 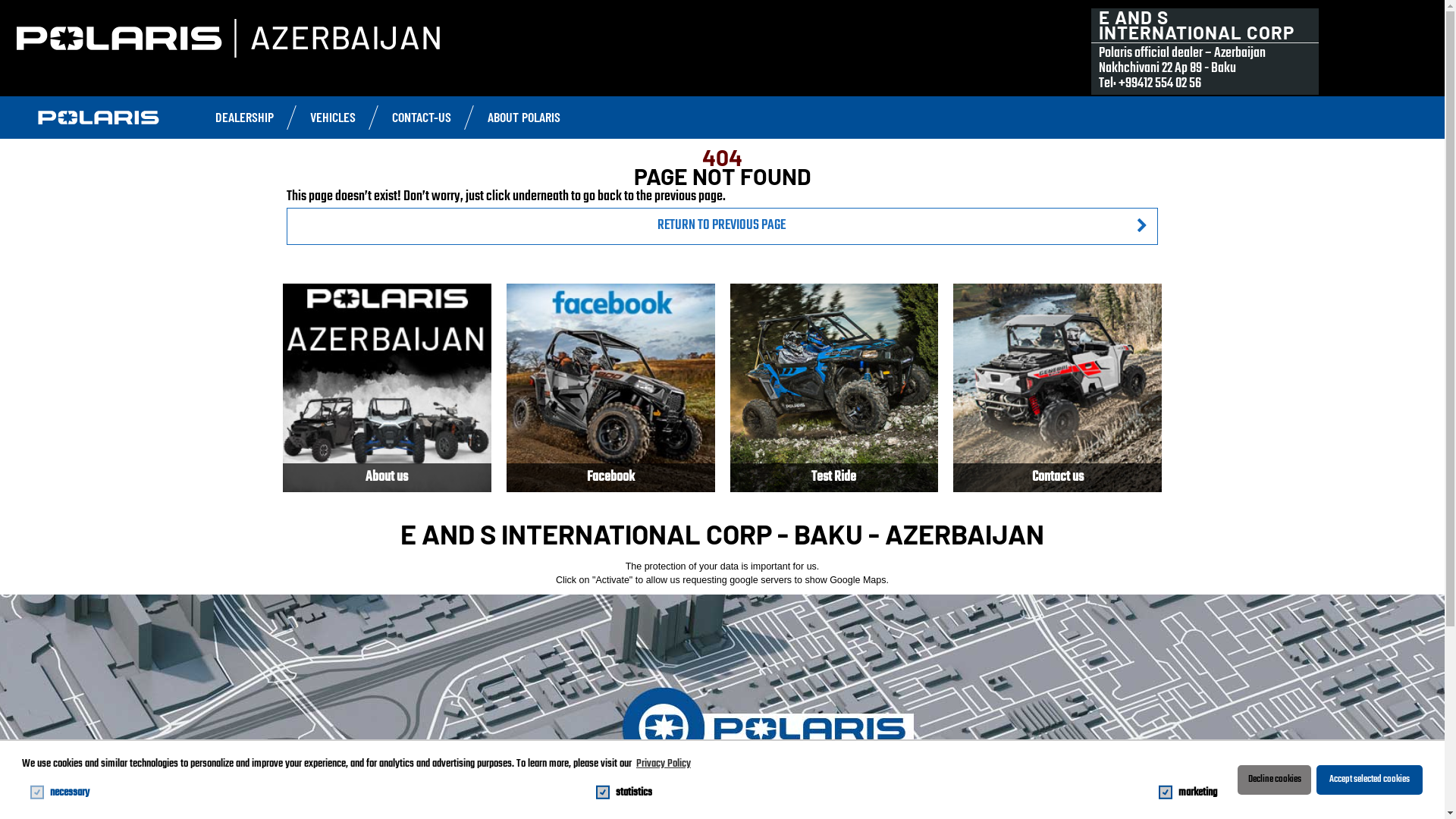 I want to click on 'DEALERSHIP', so click(x=244, y=116).